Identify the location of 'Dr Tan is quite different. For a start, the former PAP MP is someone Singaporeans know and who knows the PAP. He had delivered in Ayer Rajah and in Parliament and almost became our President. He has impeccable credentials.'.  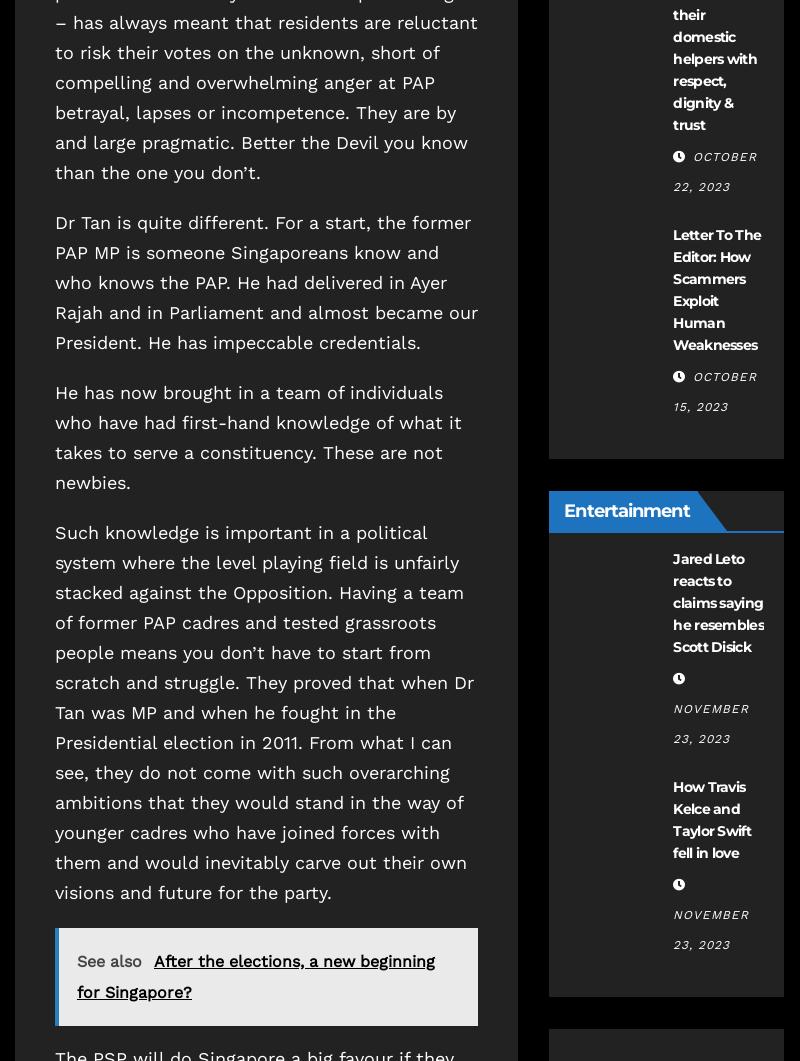
(54, 280).